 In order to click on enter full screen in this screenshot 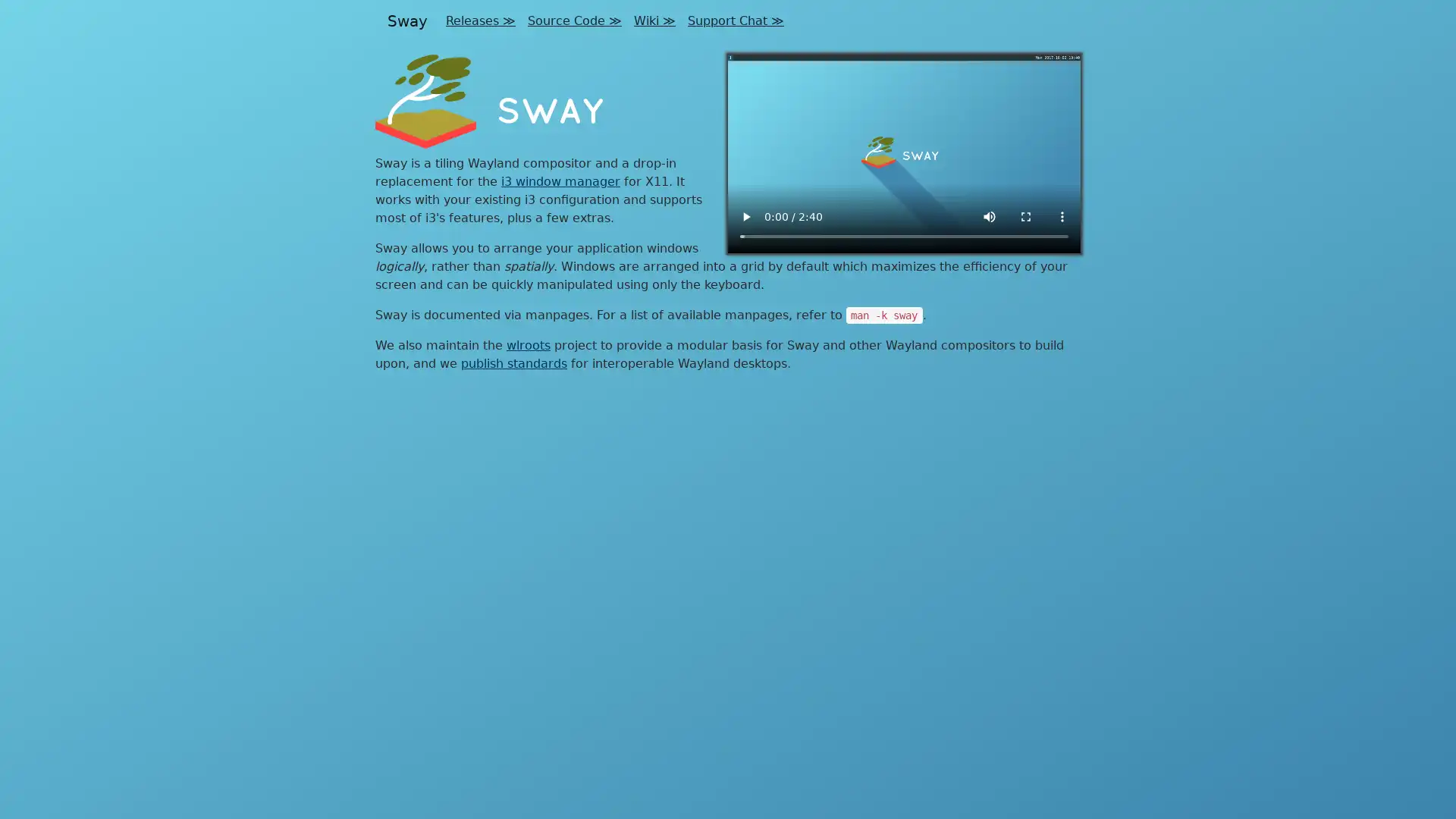, I will do `click(1026, 216)`.